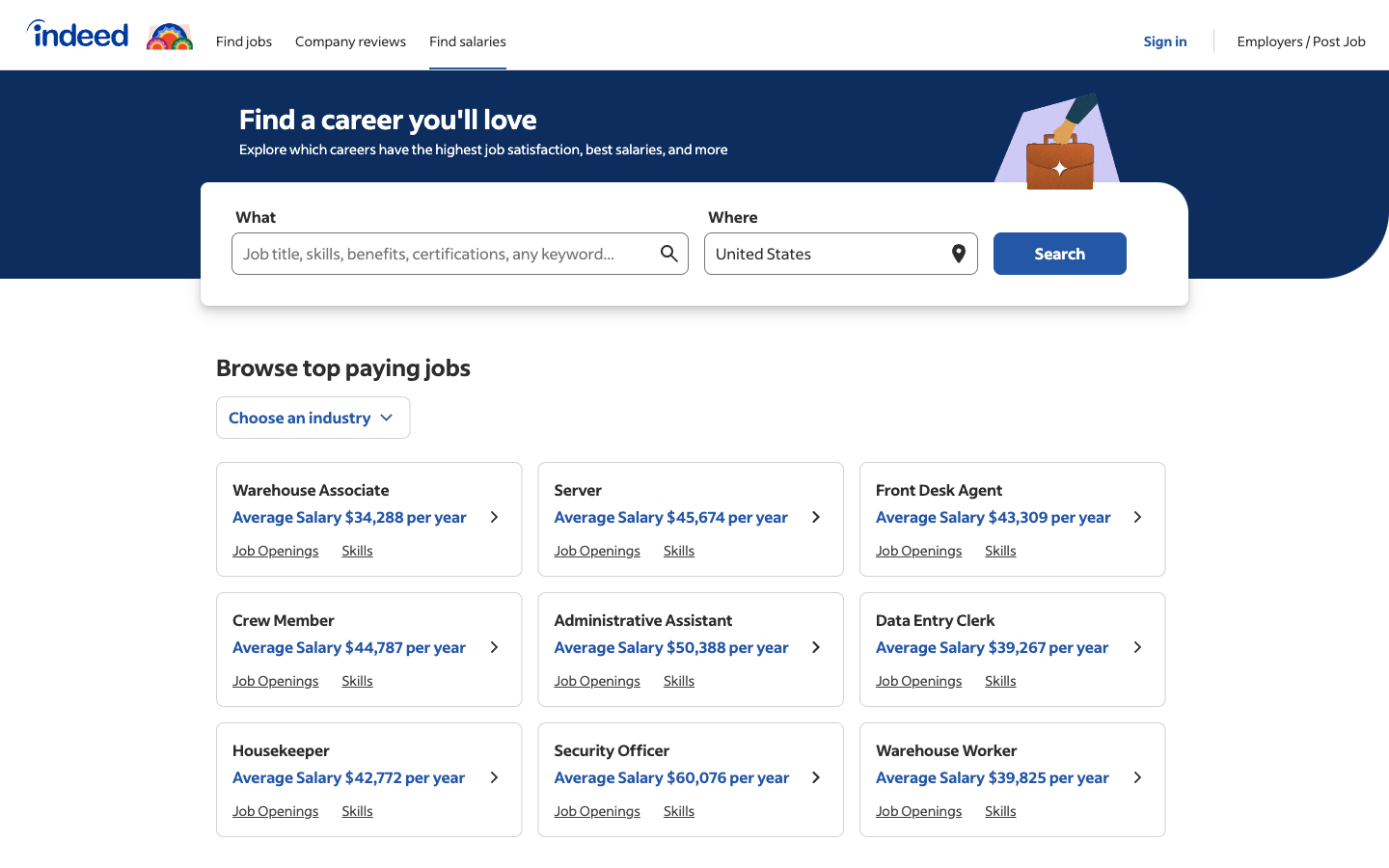 Image resolution: width=1389 pixels, height=868 pixels. Describe the element at coordinates (1166, 33) in the screenshot. I see `Transition to the Sign In Screen` at that location.